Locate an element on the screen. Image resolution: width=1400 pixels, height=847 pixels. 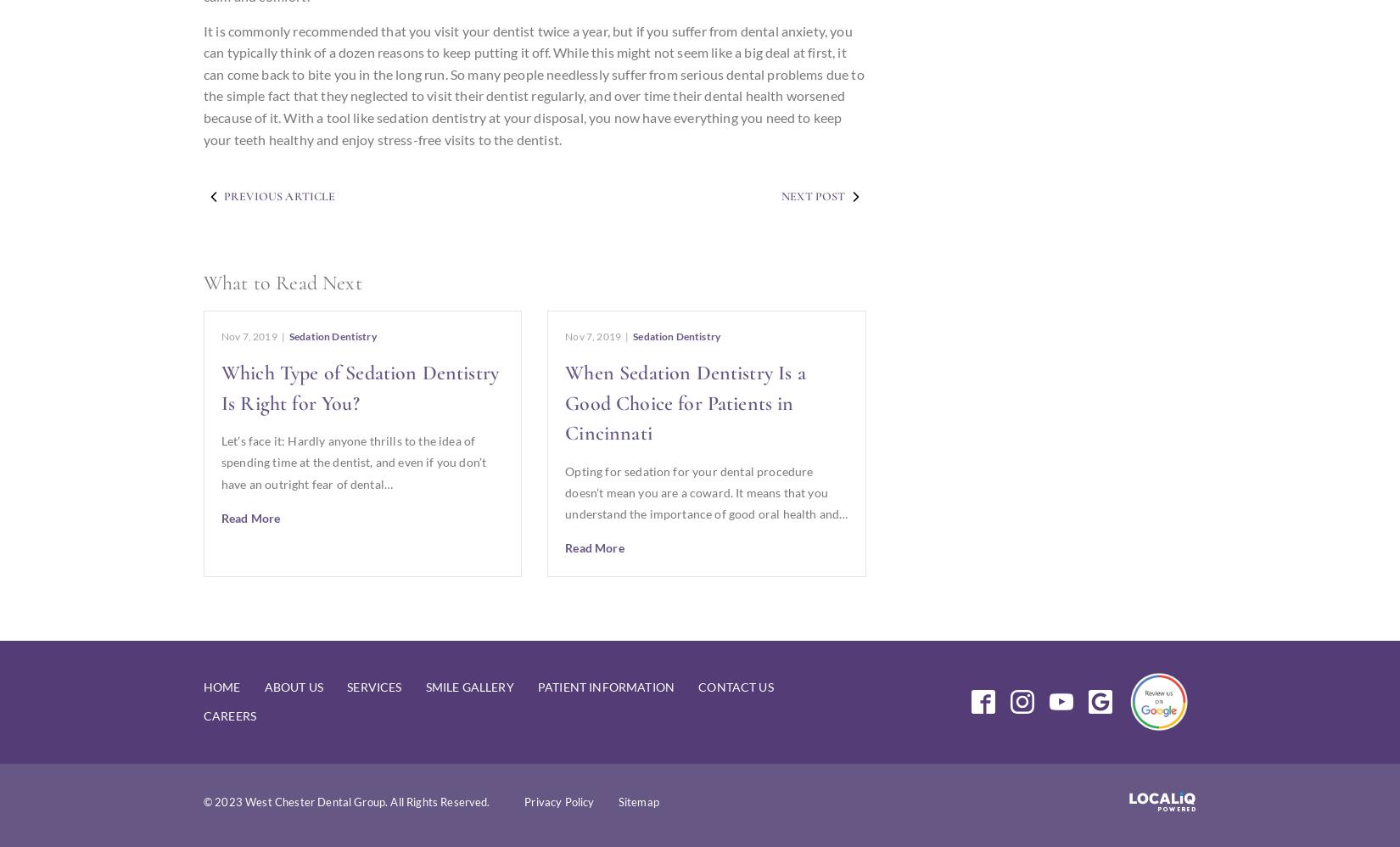
'Previous Article' is located at coordinates (279, 196).